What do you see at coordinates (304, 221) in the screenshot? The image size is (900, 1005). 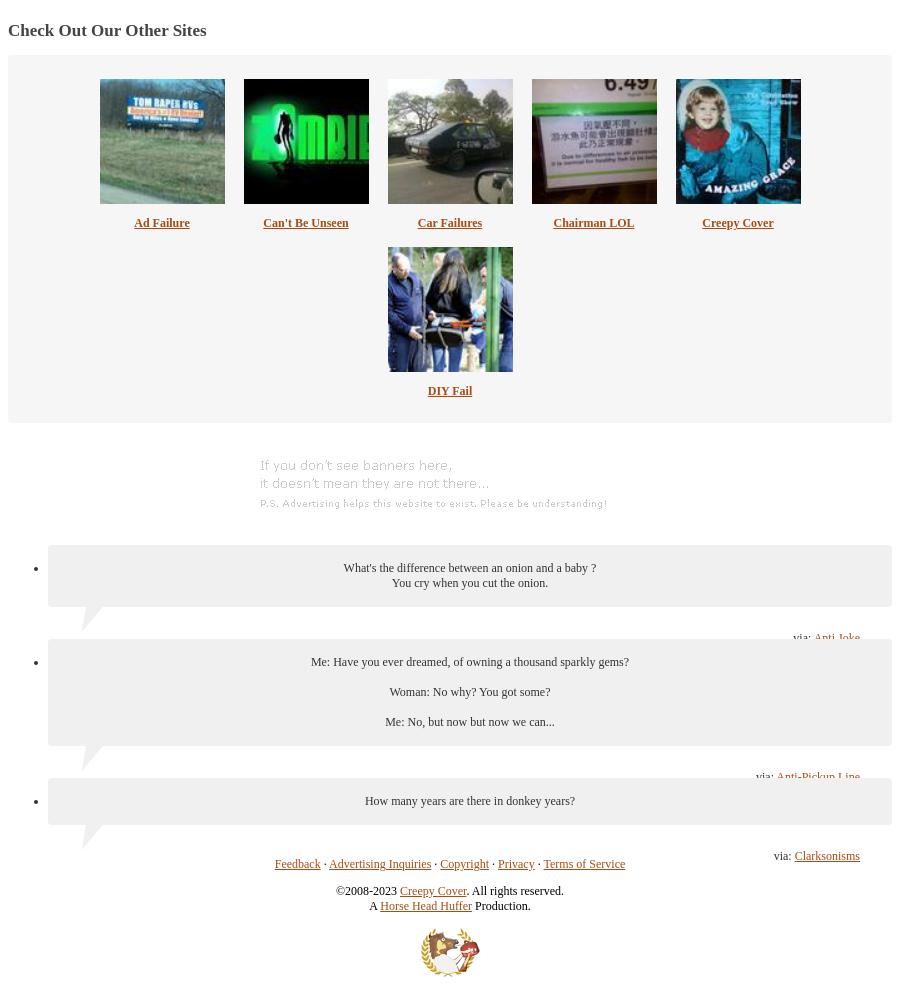 I see `'Can't Be Unseen'` at bounding box center [304, 221].